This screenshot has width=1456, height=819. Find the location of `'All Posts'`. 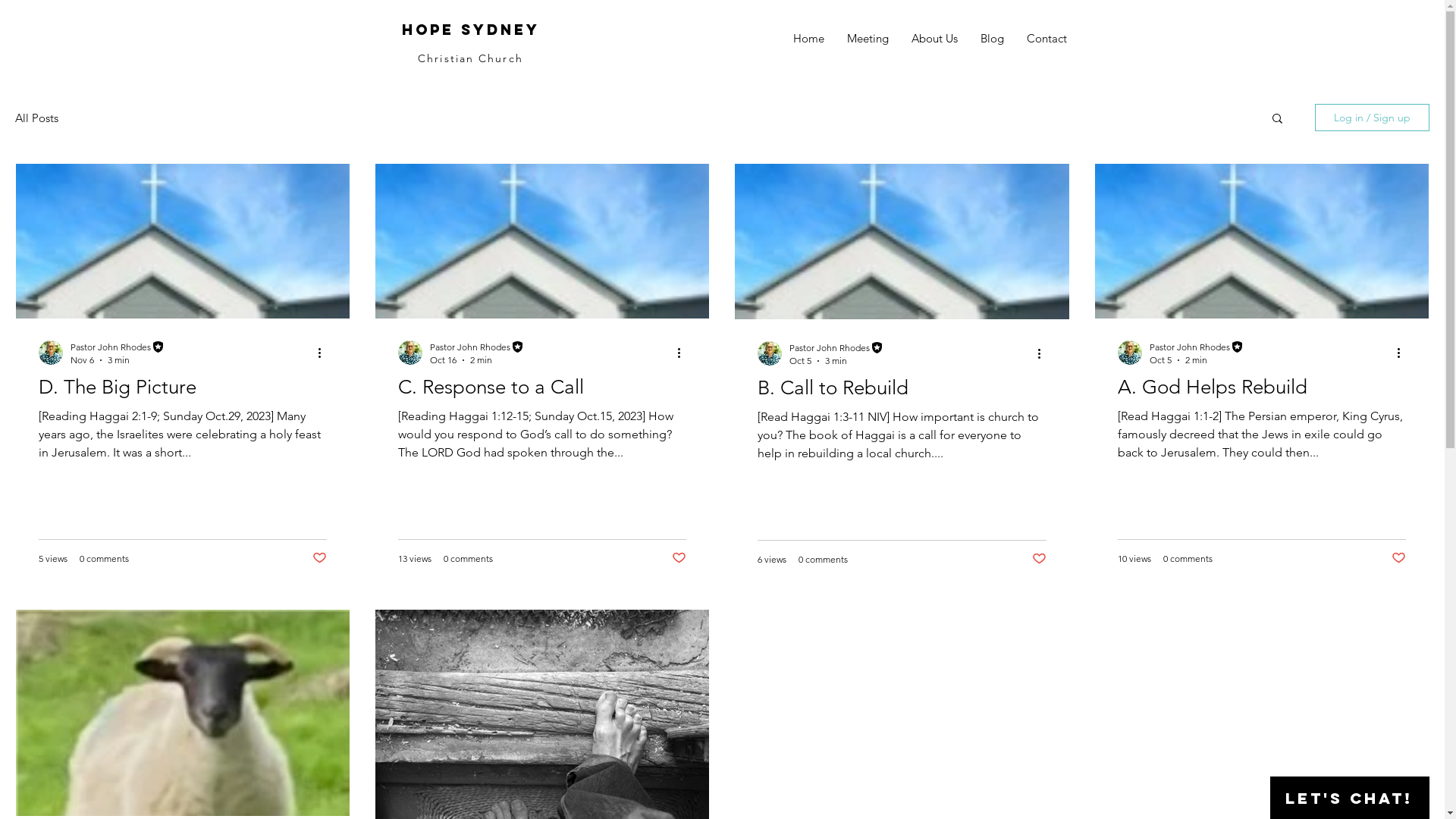

'All Posts' is located at coordinates (36, 117).